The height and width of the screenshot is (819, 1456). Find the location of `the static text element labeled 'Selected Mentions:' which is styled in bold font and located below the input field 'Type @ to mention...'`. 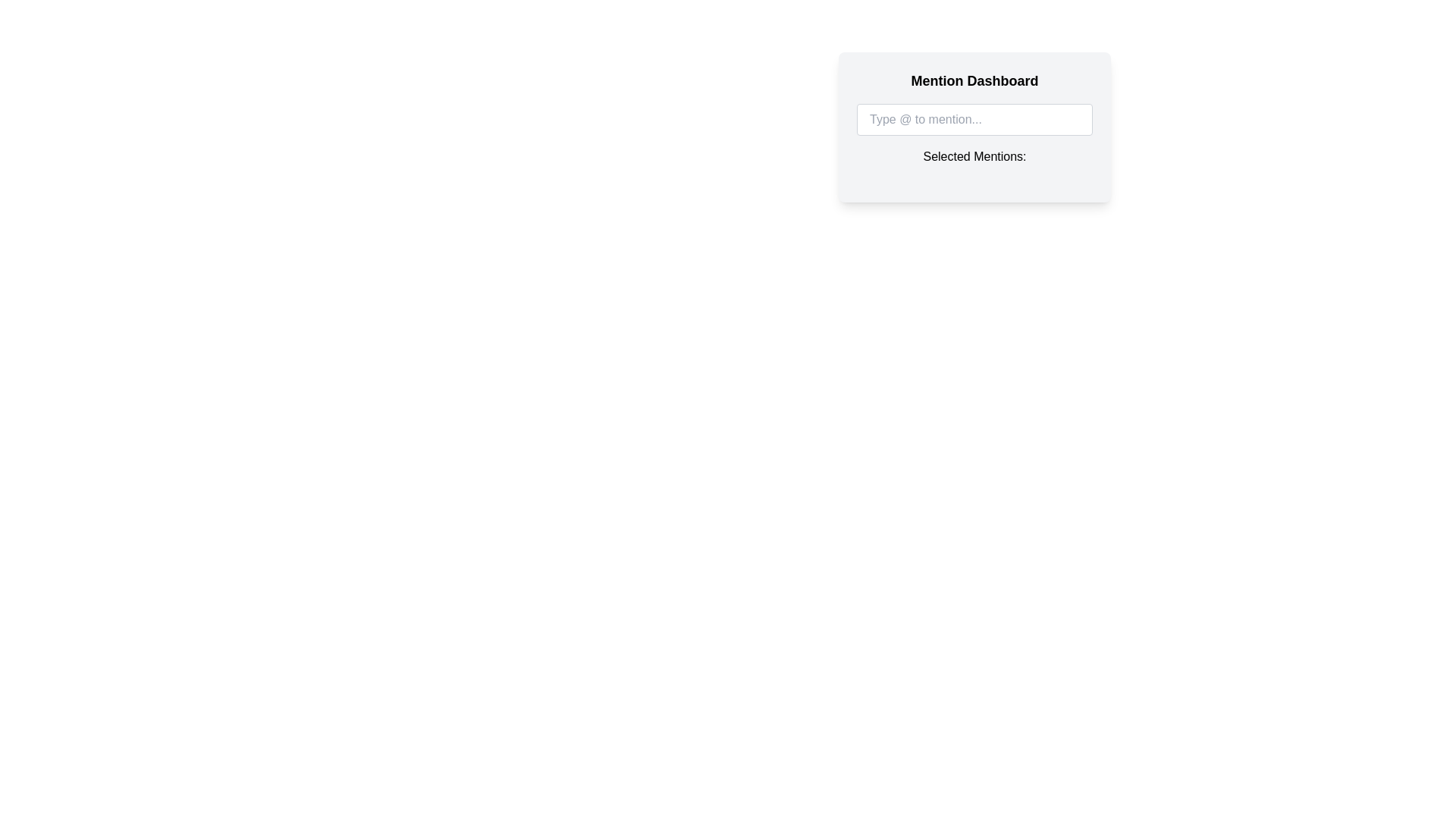

the static text element labeled 'Selected Mentions:' which is styled in bold font and located below the input field 'Type @ to mention...' is located at coordinates (974, 160).